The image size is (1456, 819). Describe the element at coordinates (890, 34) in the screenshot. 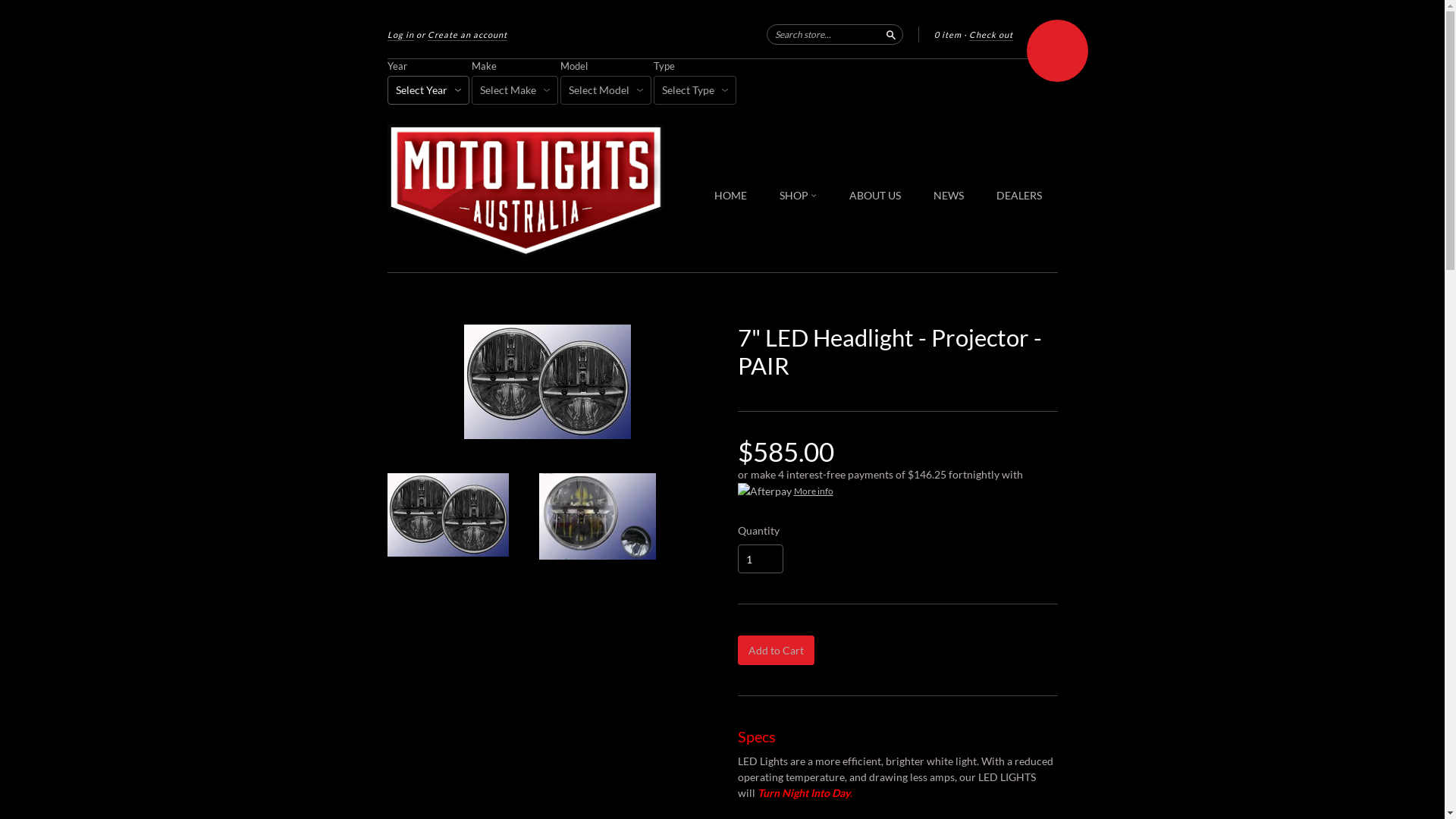

I see `'Search'` at that location.